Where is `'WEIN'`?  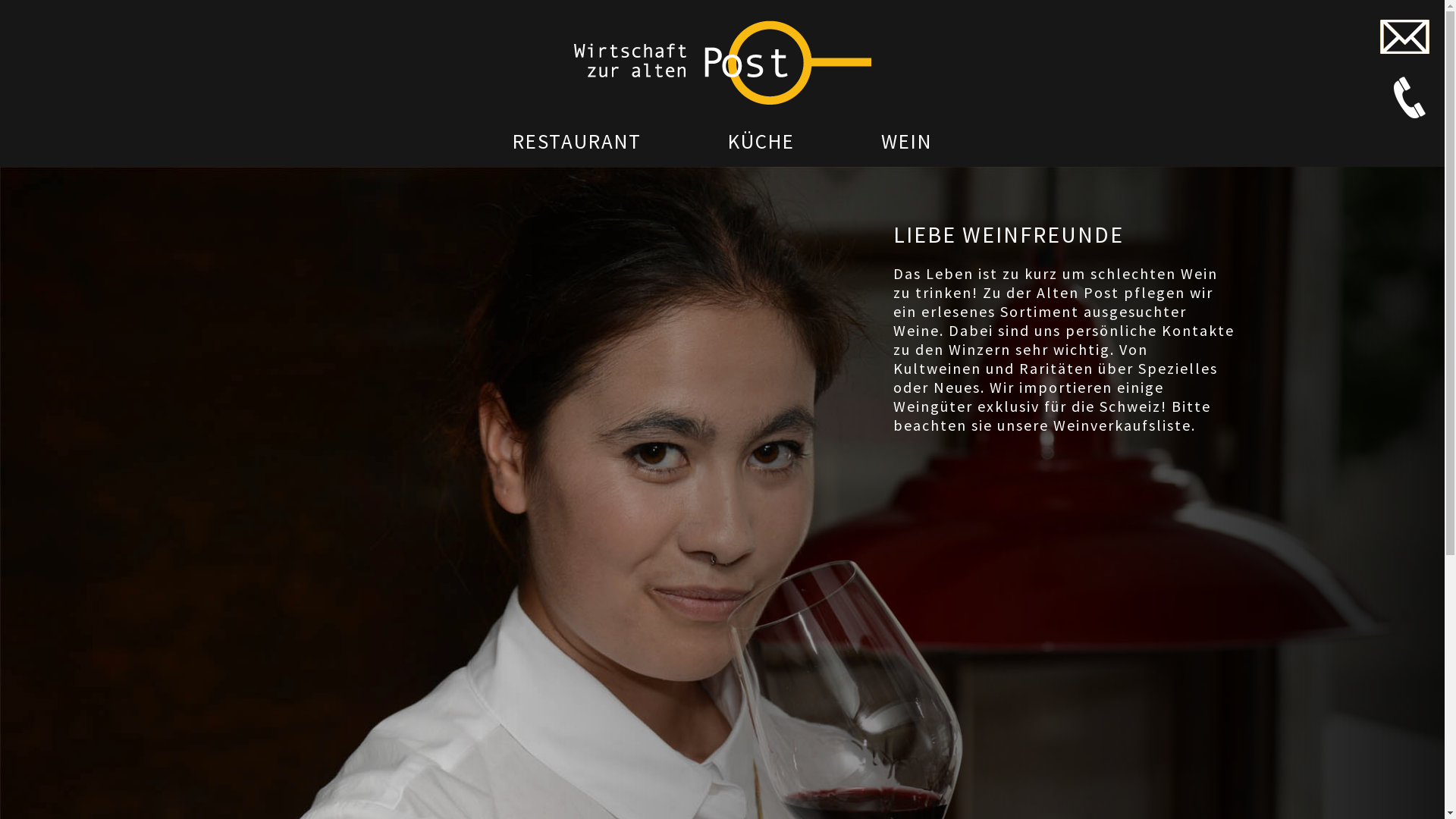
'WEIN' is located at coordinates (906, 140).